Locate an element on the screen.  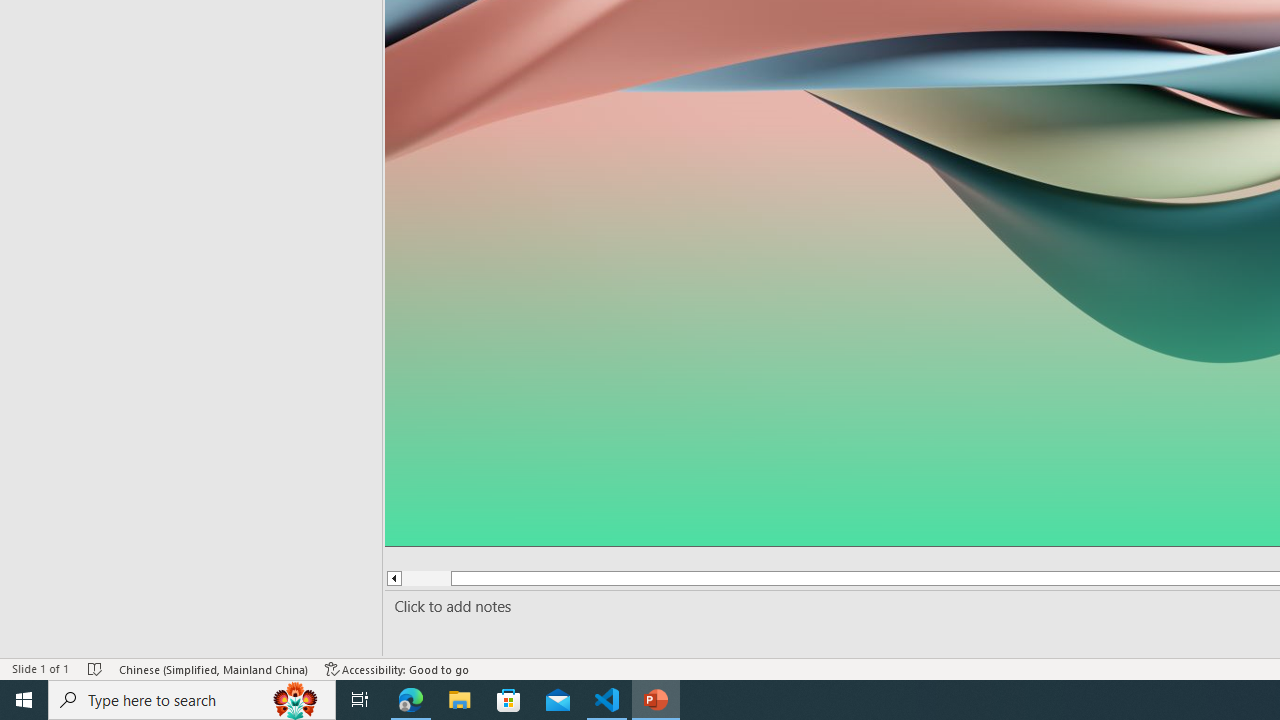
'Accessibility Checker Accessibility: Good to go' is located at coordinates (397, 669).